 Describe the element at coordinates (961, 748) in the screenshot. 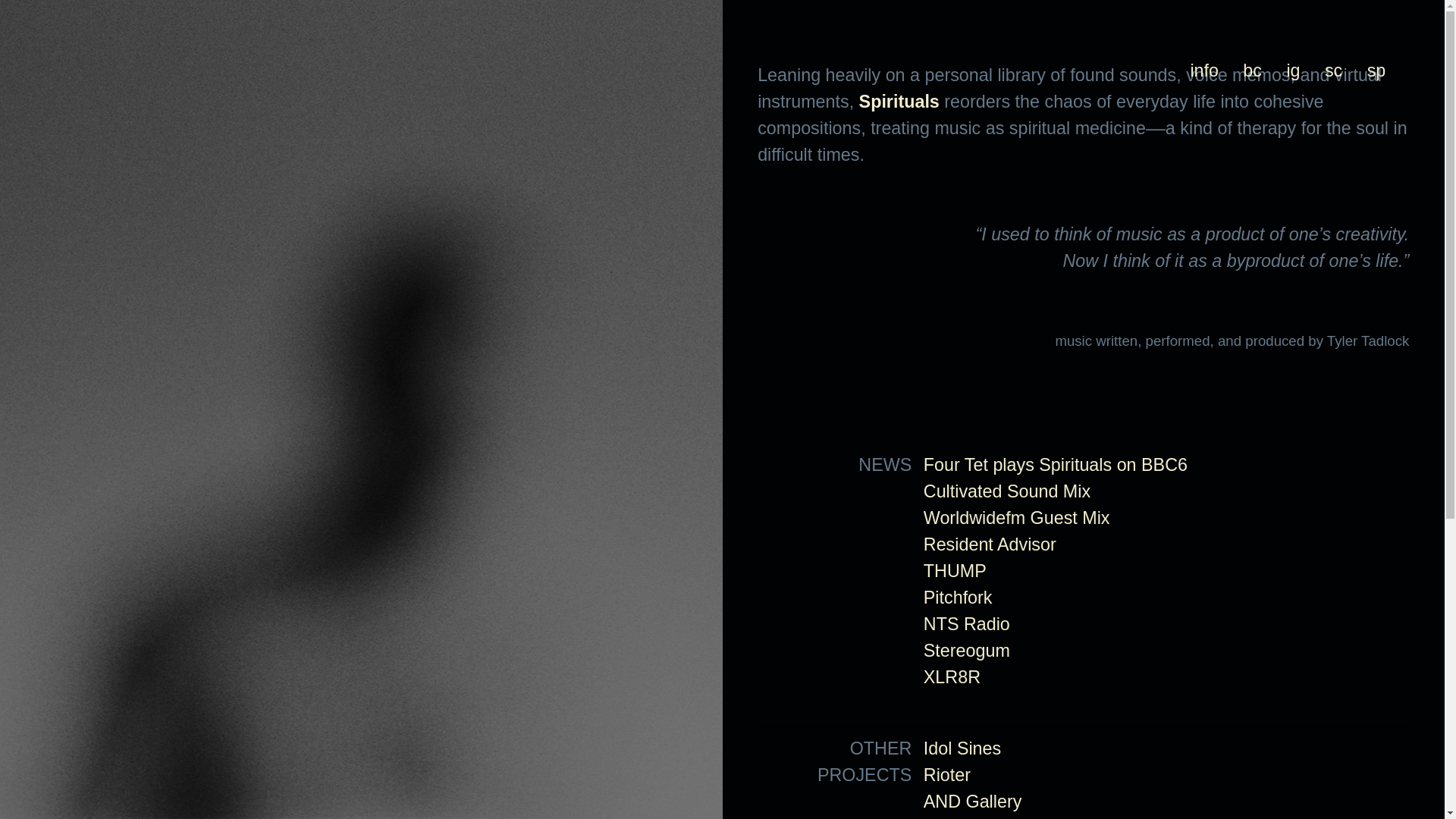

I see `'Idol Sines'` at that location.